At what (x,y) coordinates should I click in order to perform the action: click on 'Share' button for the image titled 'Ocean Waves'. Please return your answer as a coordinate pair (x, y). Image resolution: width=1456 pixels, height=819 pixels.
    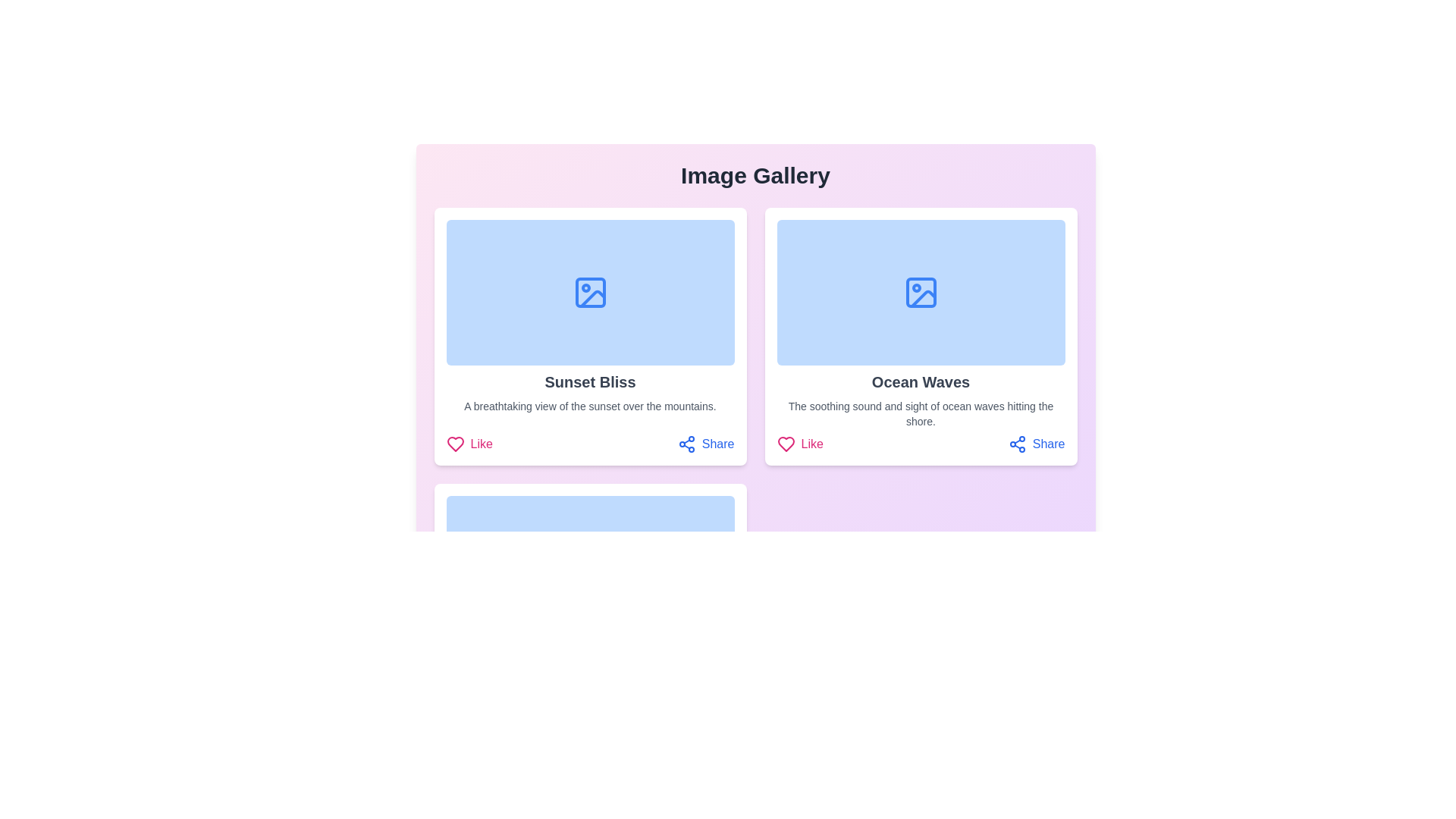
    Looking at the image, I should click on (1036, 444).